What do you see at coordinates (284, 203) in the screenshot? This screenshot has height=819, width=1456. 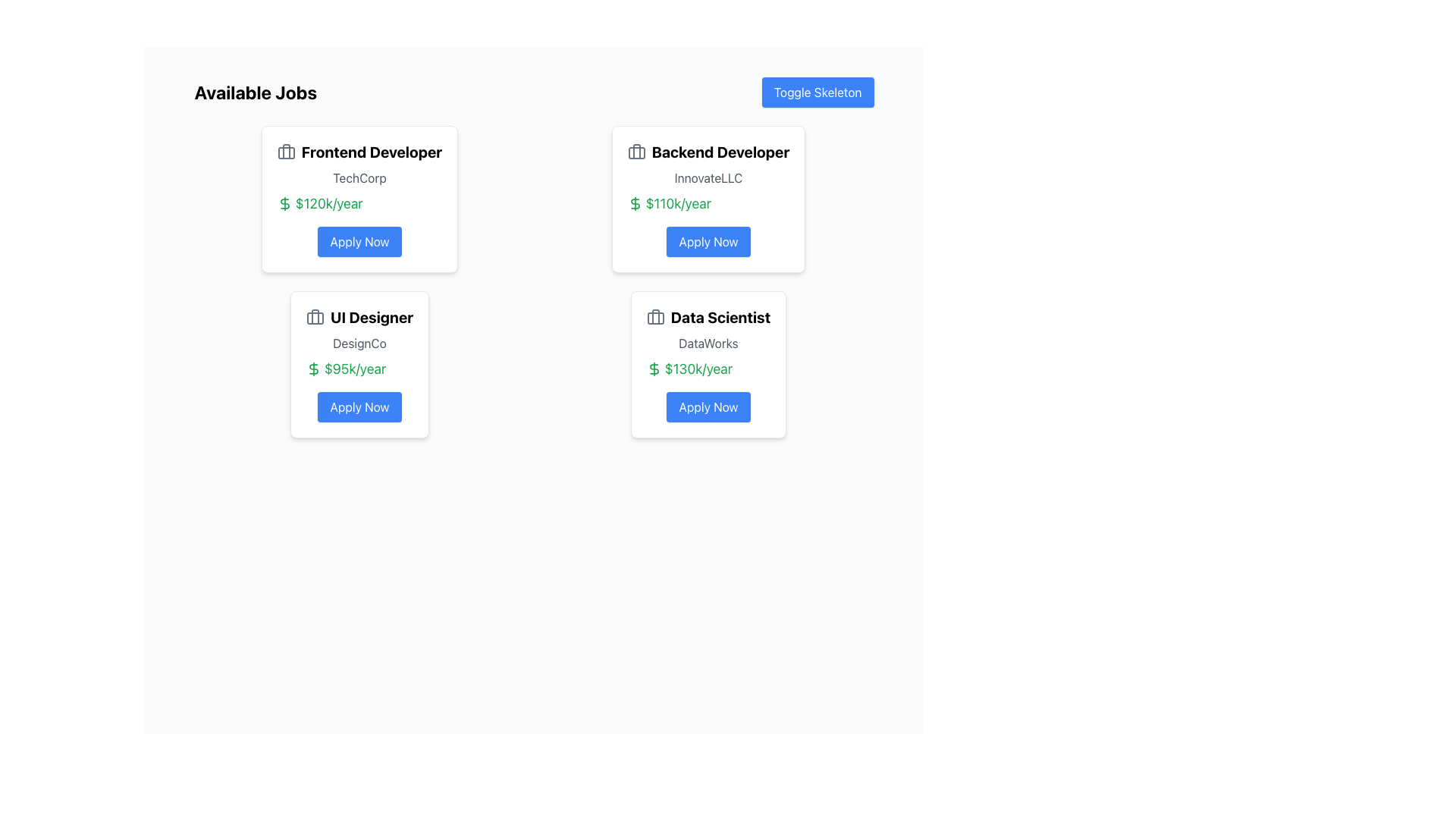 I see `the dollar icon located to the left of the salary information ('$120k/year') within the 'Frontend Developer' job card in the top-left section of the job postings grid` at bounding box center [284, 203].